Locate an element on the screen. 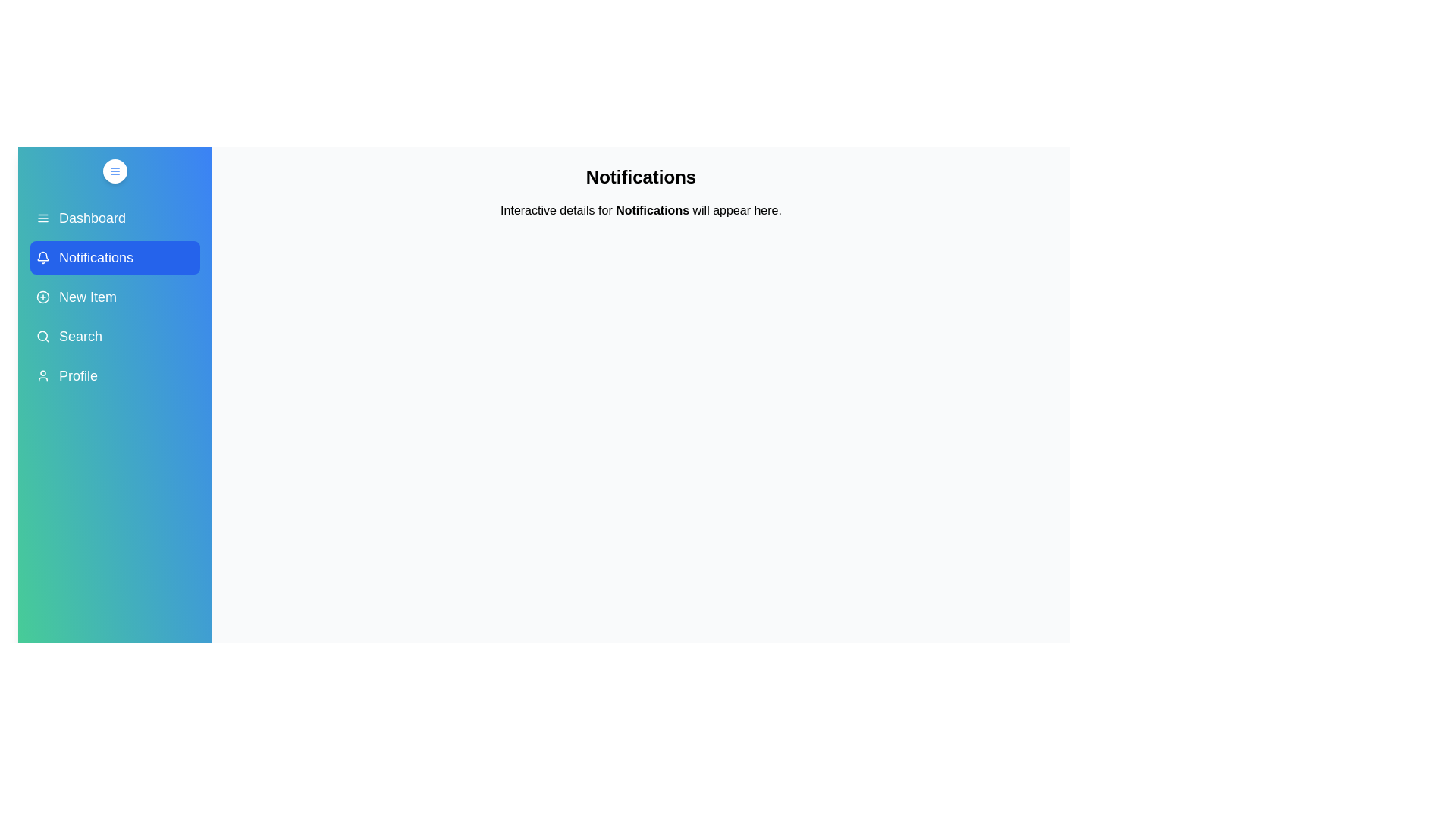  the menu item Dashboard in the sidebar to display its details is located at coordinates (115, 218).